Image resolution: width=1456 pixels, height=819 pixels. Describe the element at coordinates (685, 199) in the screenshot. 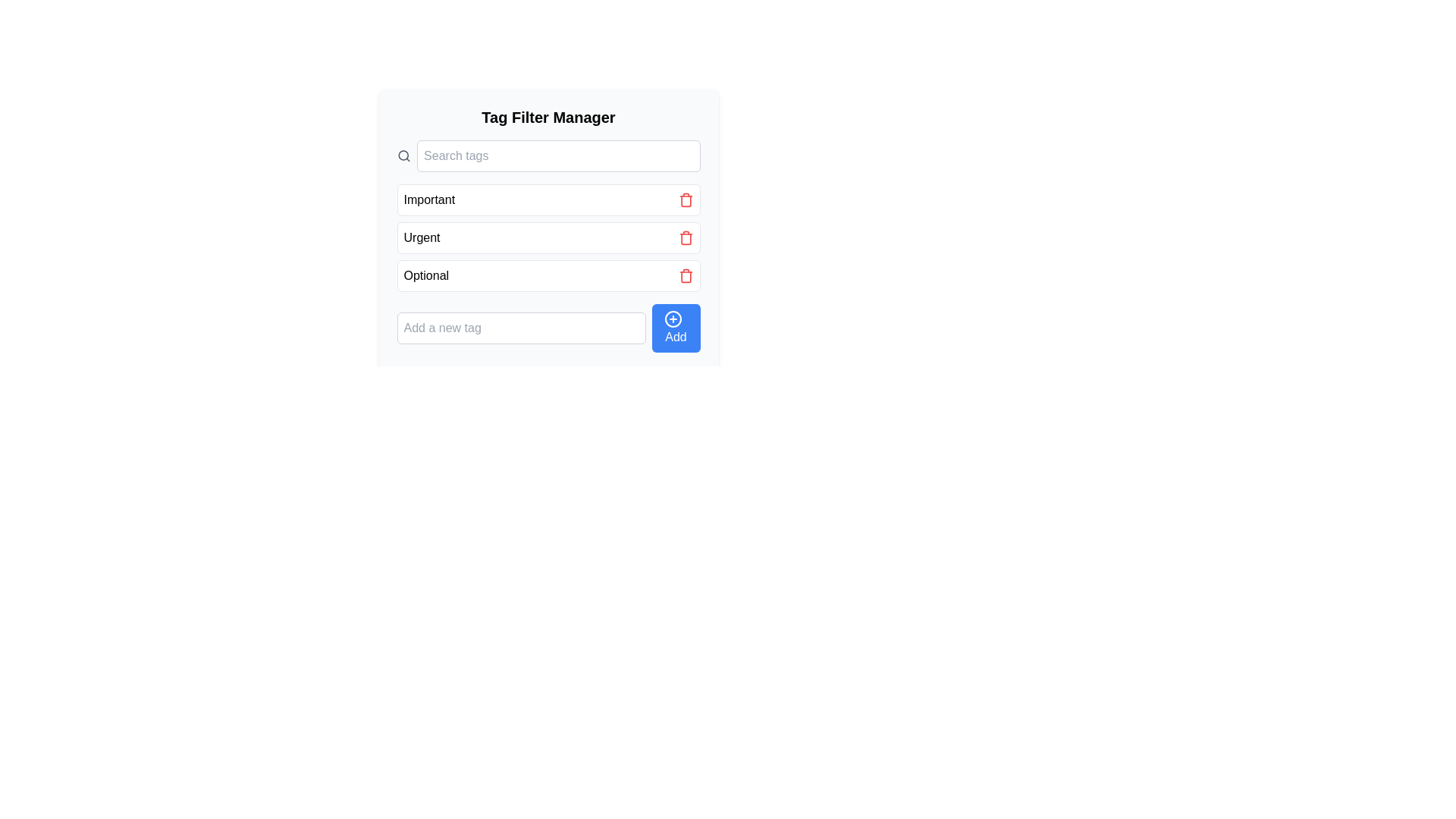

I see `the Icon button located at the far right of the 'Important' row` at that location.